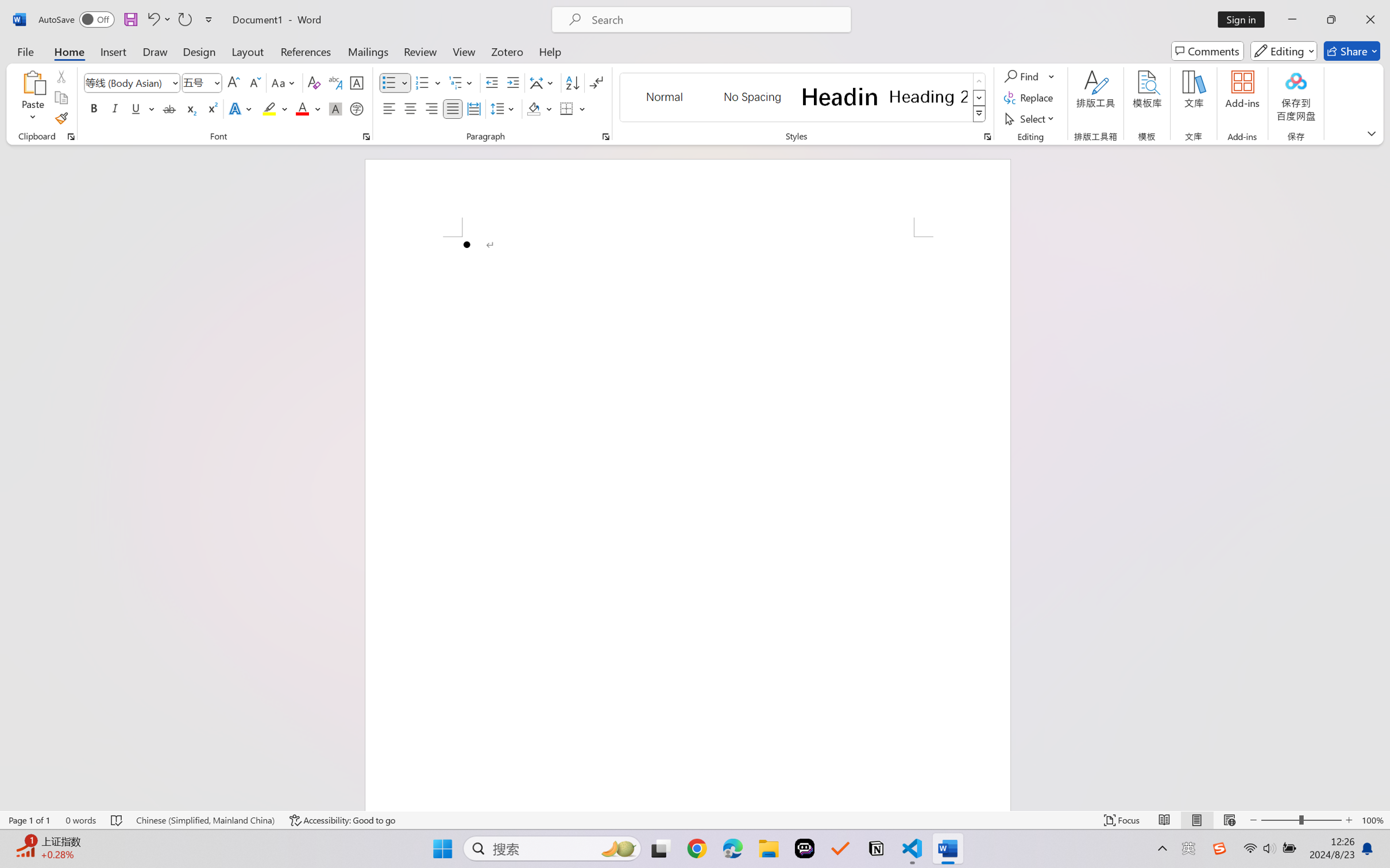 Image resolution: width=1390 pixels, height=868 pixels. What do you see at coordinates (1245, 19) in the screenshot?
I see `'Sign in'` at bounding box center [1245, 19].